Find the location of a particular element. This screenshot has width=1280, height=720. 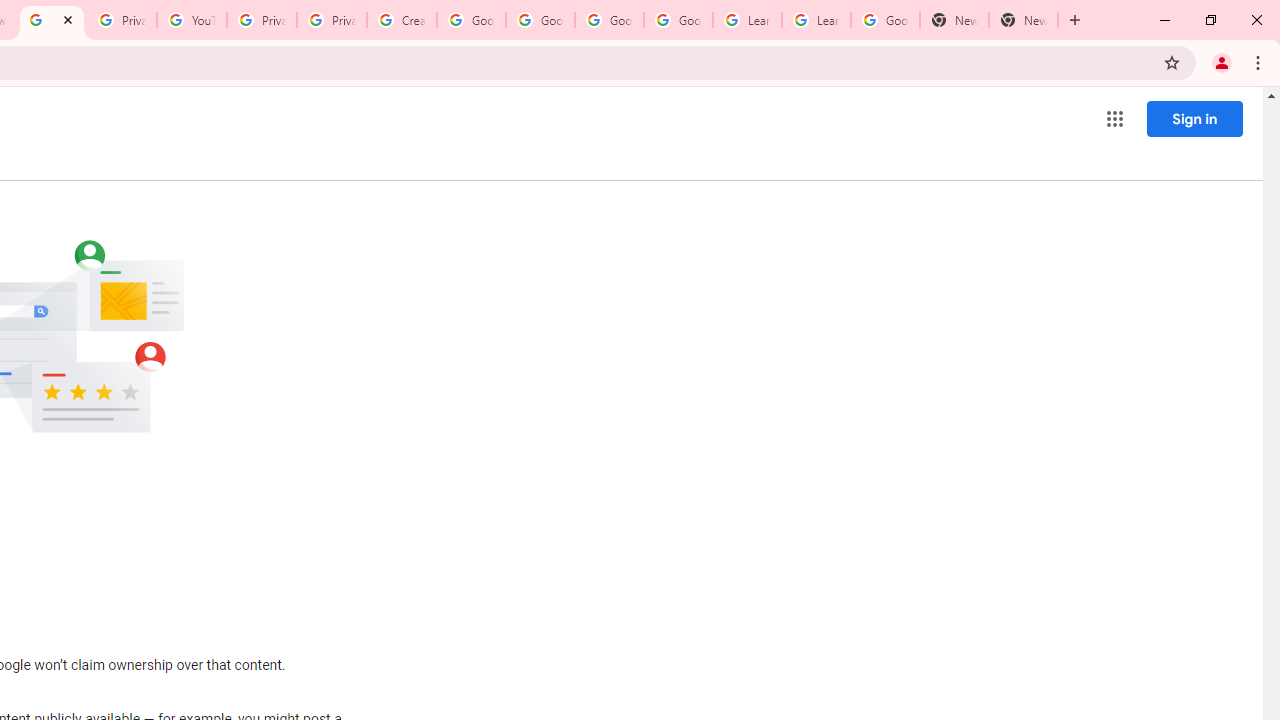

'YouTube' is located at coordinates (192, 20).